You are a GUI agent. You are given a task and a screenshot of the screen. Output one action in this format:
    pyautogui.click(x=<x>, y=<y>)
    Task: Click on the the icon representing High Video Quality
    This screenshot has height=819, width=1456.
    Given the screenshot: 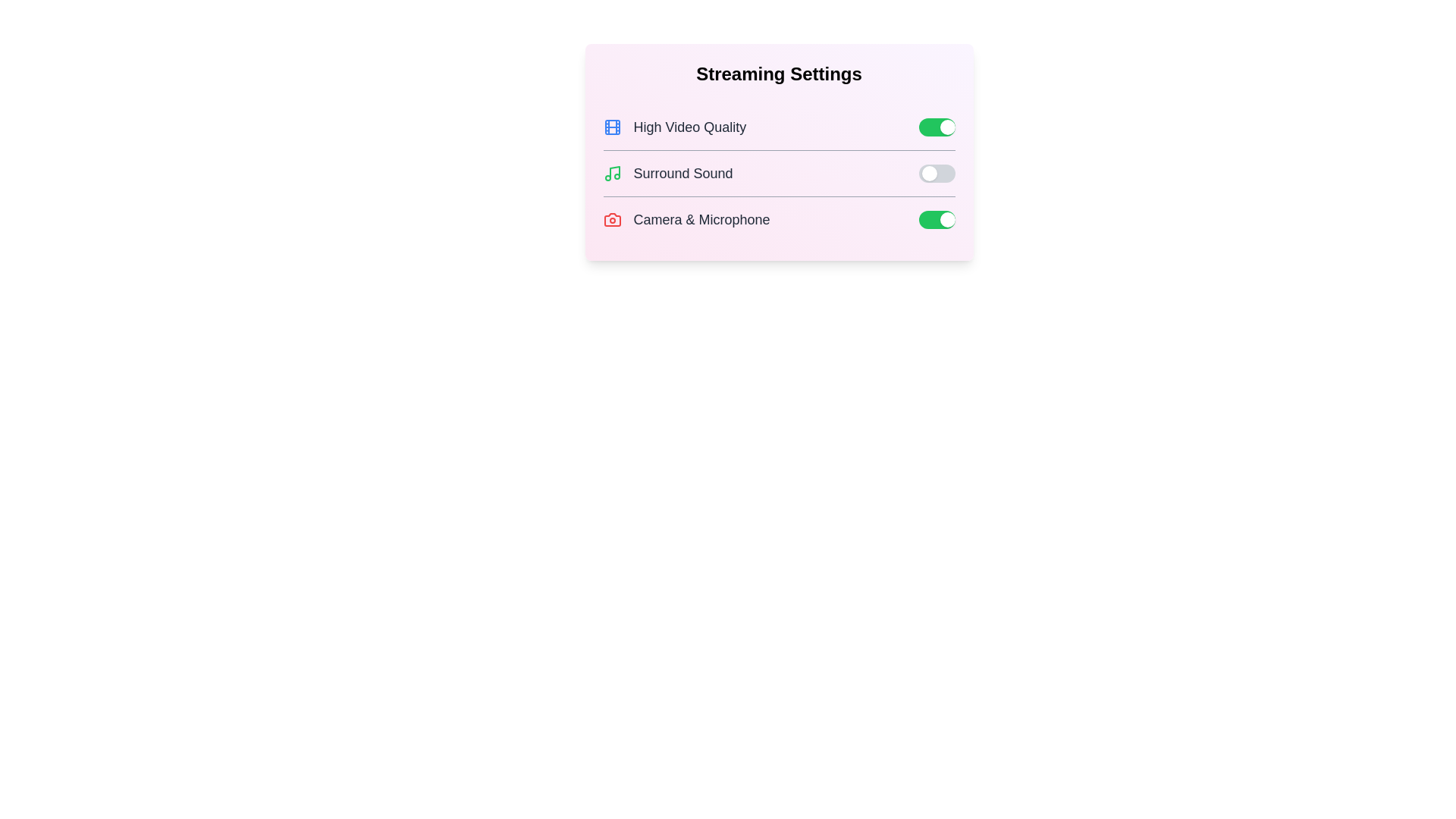 What is the action you would take?
    pyautogui.click(x=612, y=127)
    